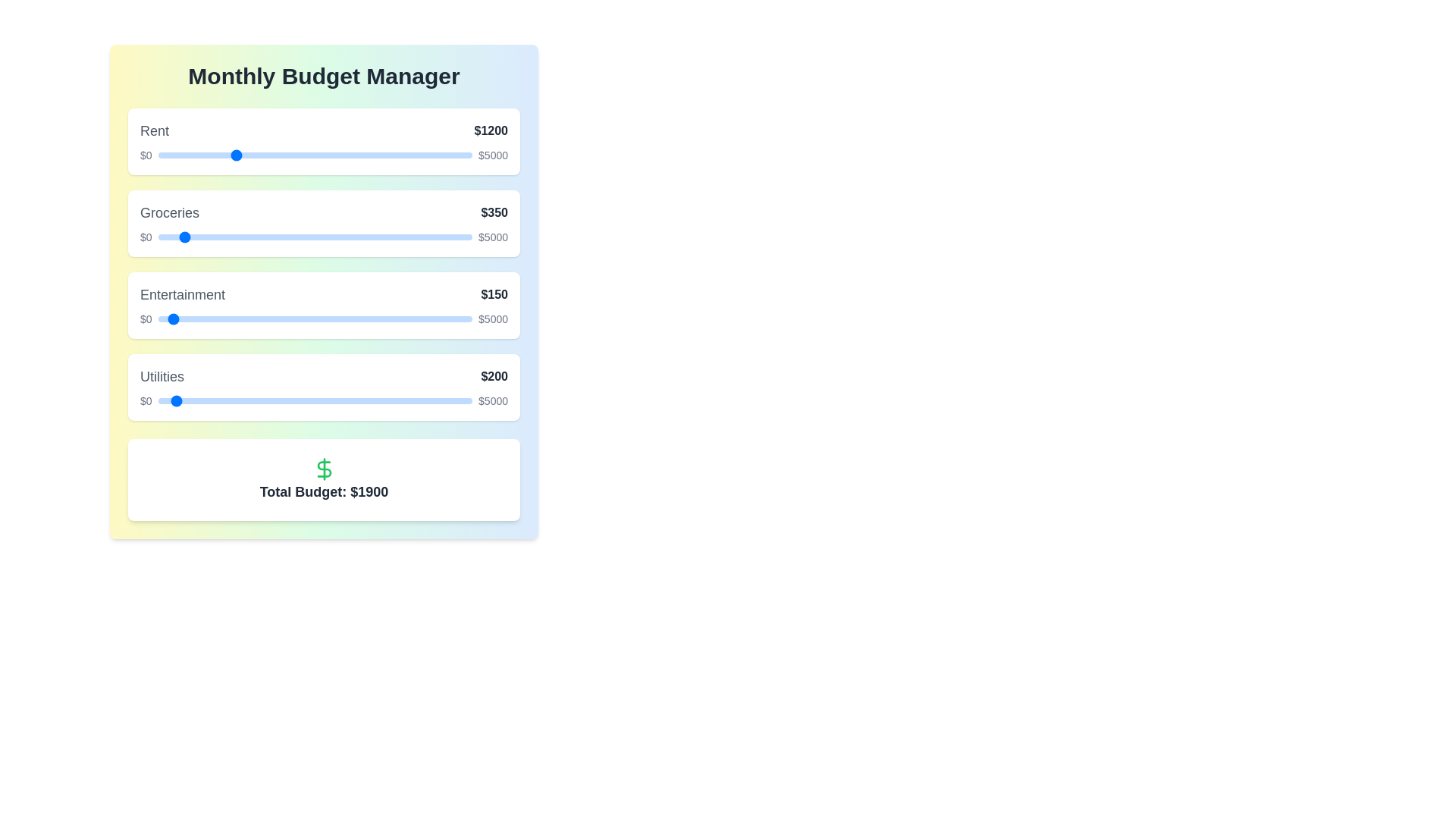  I want to click on the utilities budget, so click(463, 400).